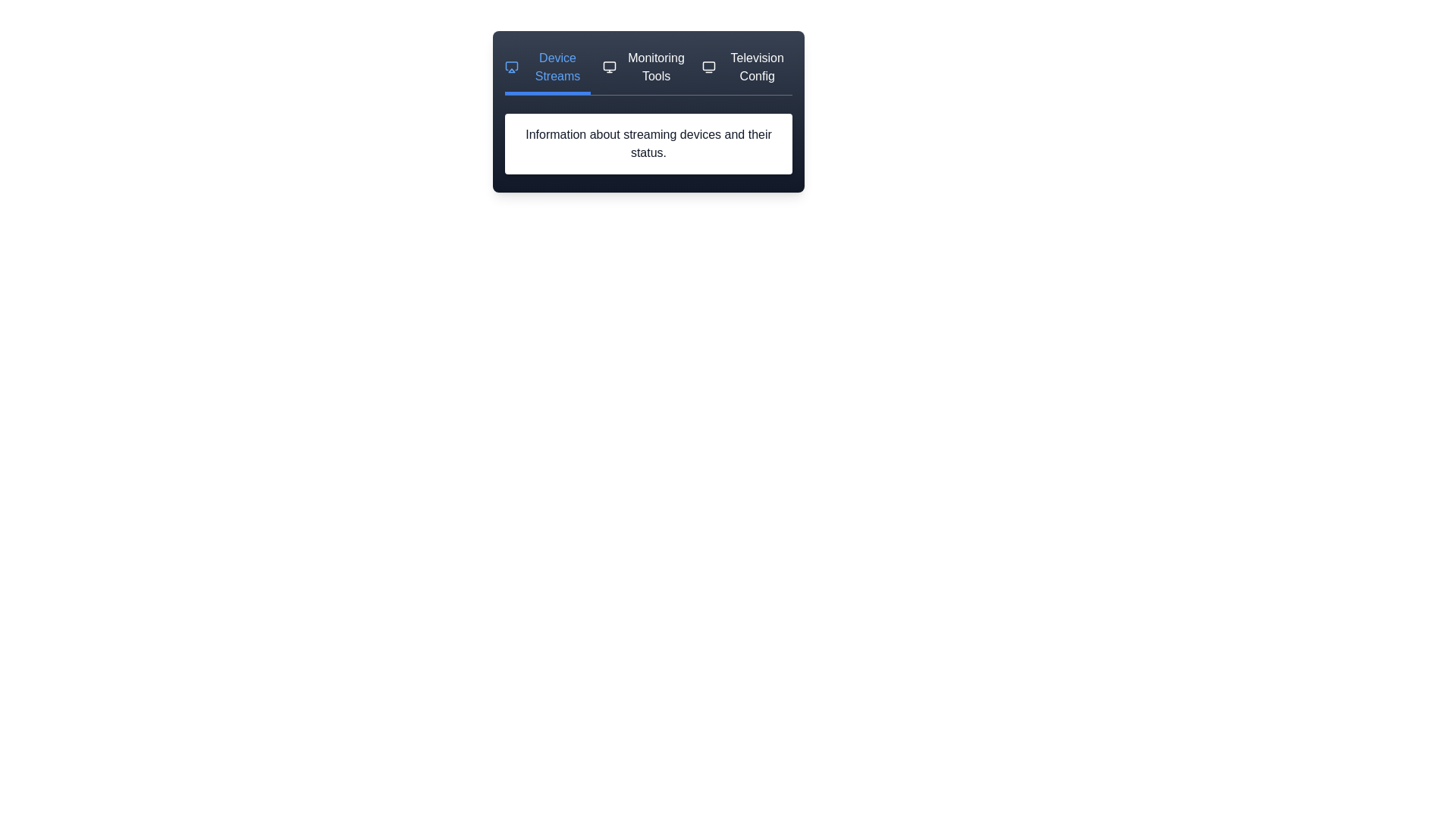 Image resolution: width=1456 pixels, height=819 pixels. Describe the element at coordinates (708, 66) in the screenshot. I see `the icon next to the tab labeled Television Config` at that location.